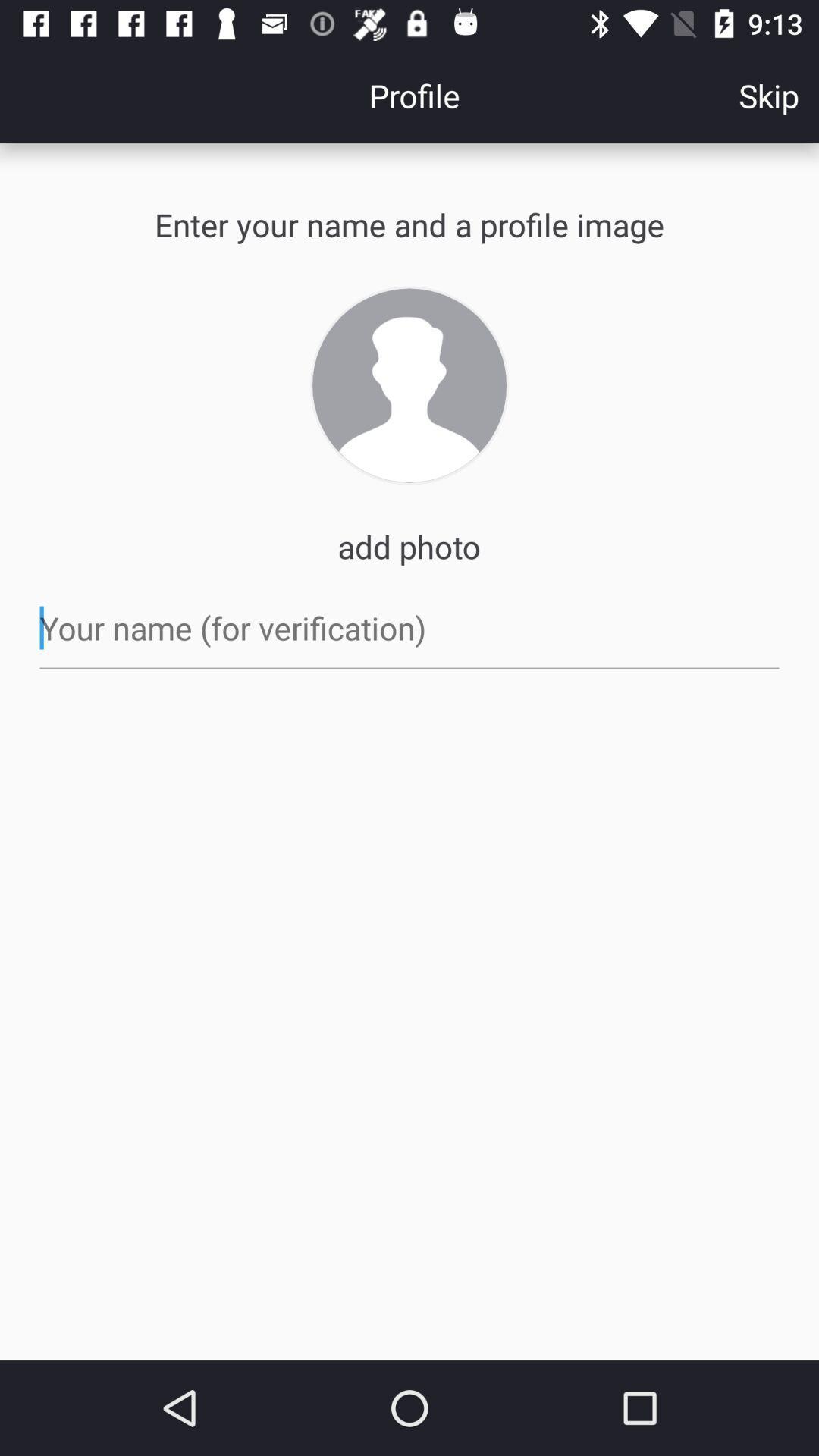 The image size is (819, 1456). What do you see at coordinates (769, 94) in the screenshot?
I see `the skip item` at bounding box center [769, 94].